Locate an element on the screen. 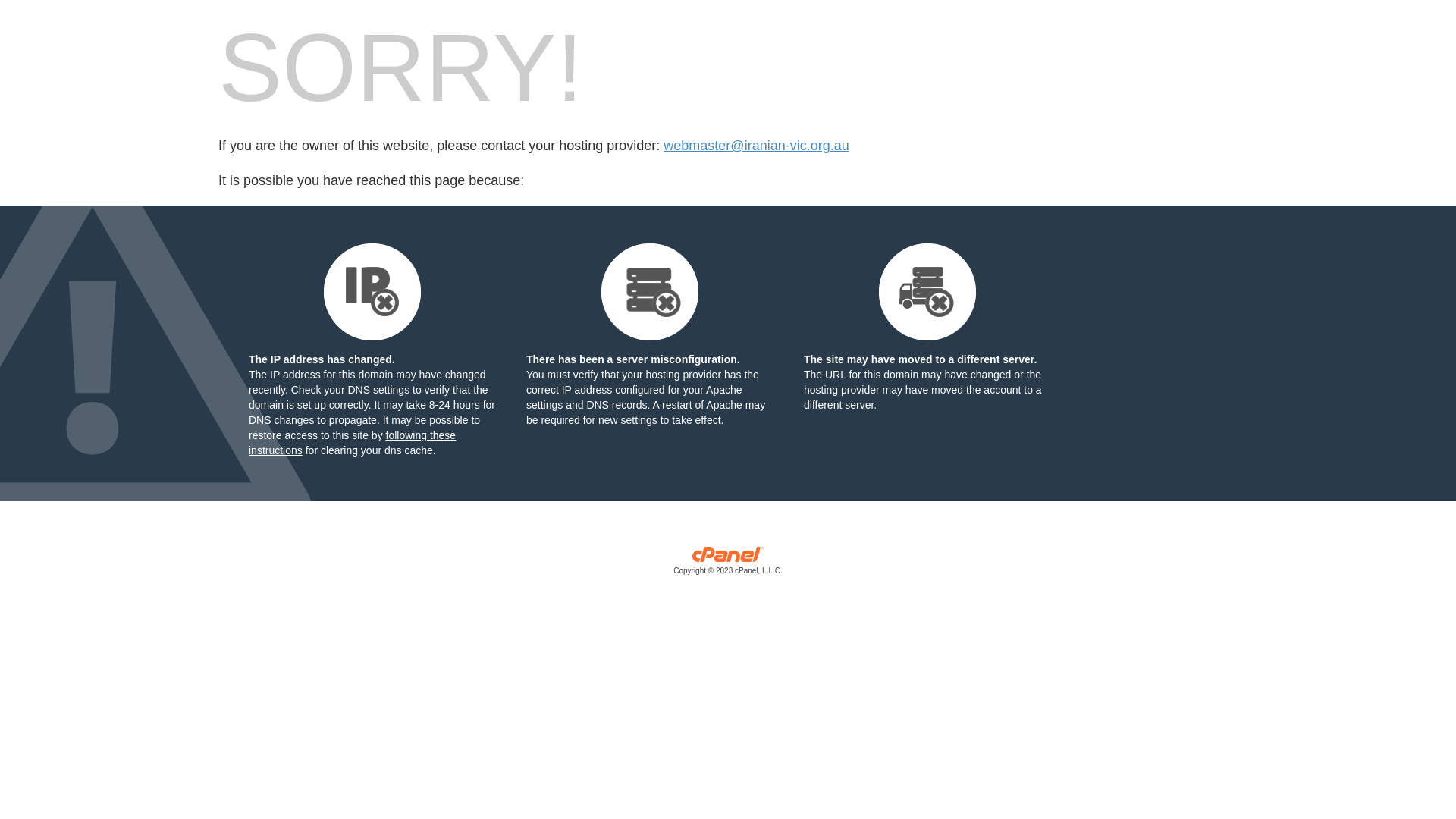 This screenshot has height=819, width=1456. 'webmaster@iranian-vic.org.au' is located at coordinates (756, 146).